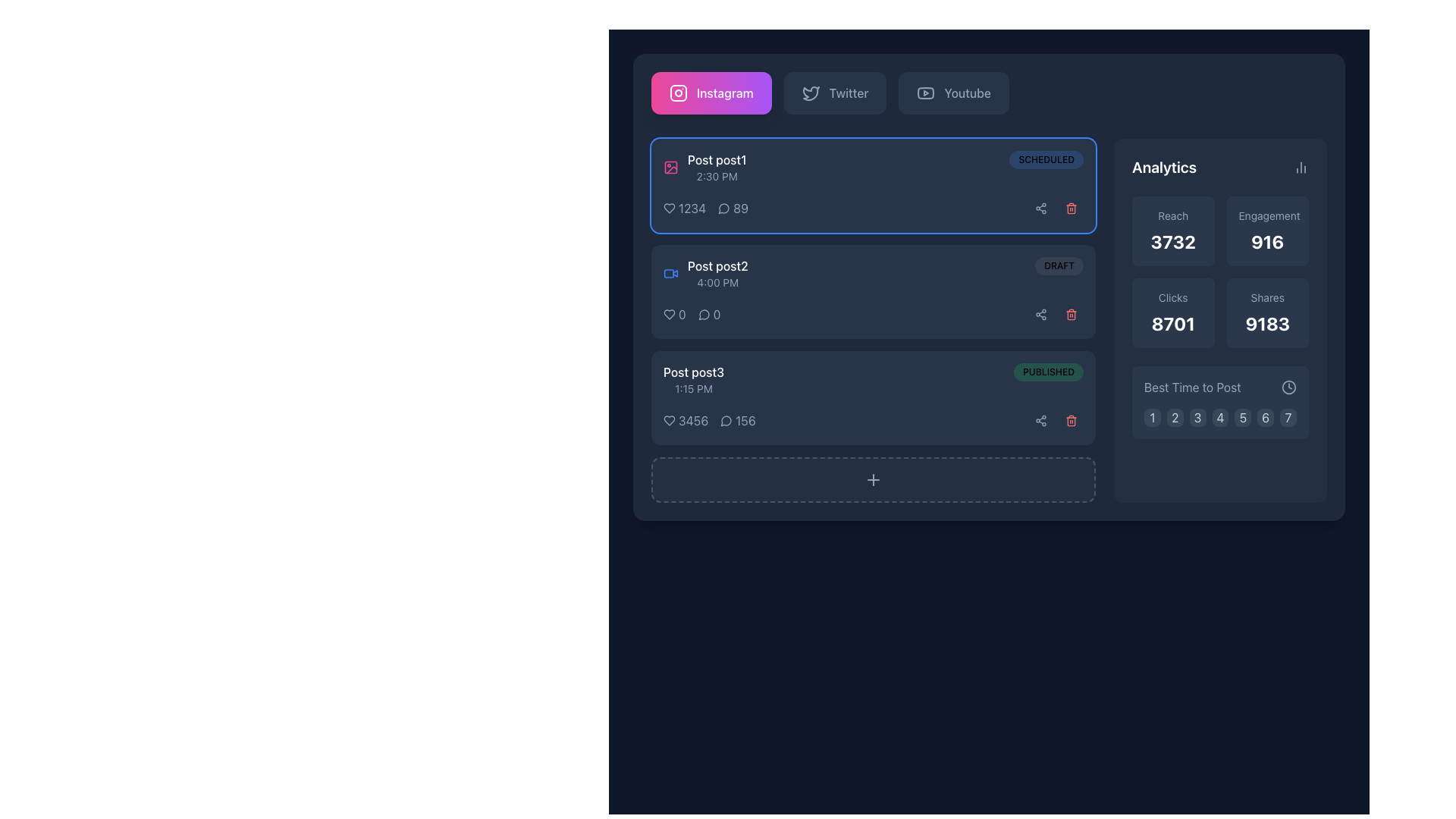 The width and height of the screenshot is (1456, 819). Describe the element at coordinates (693, 372) in the screenshot. I see `the text label displaying the title 'Post post3', located in the lower-left area under the 'Post post2' section` at that location.